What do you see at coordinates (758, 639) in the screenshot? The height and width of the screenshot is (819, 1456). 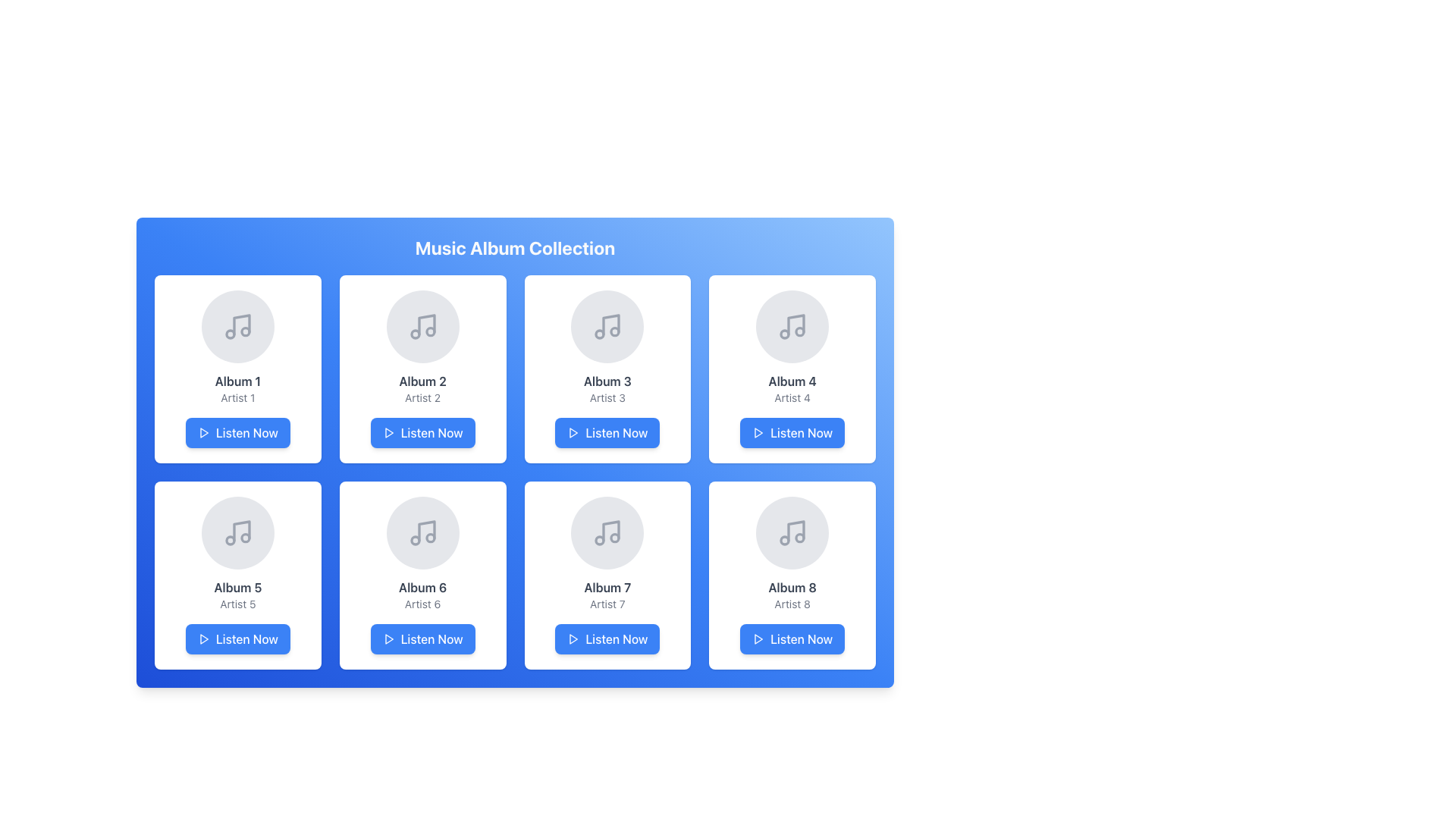 I see `the play icon located at the far left of the 'Listen Now' button under 'Album 8, Artist 8'` at bounding box center [758, 639].